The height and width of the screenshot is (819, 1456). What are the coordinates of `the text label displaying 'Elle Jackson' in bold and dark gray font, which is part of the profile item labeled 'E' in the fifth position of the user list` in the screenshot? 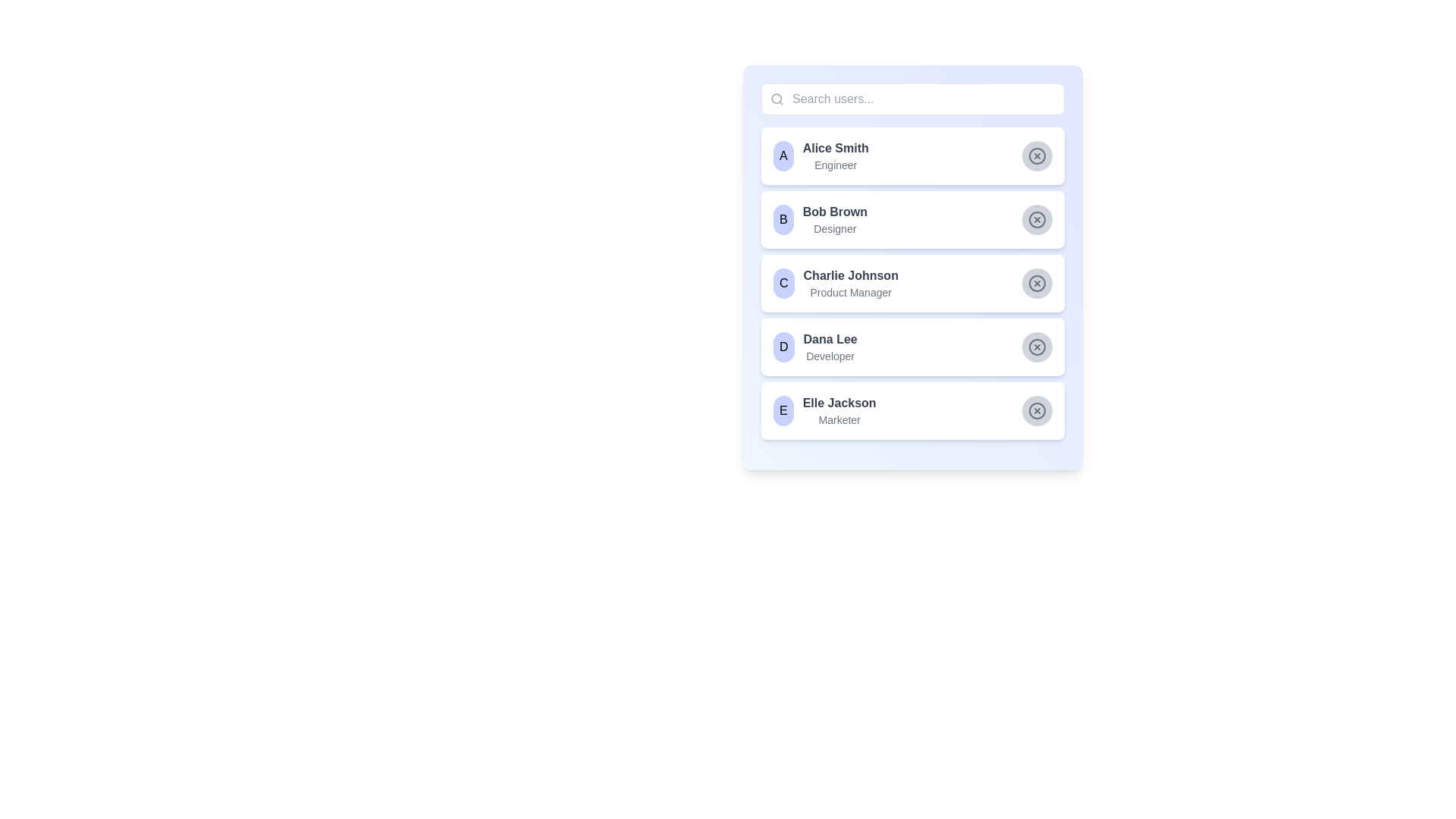 It's located at (839, 403).